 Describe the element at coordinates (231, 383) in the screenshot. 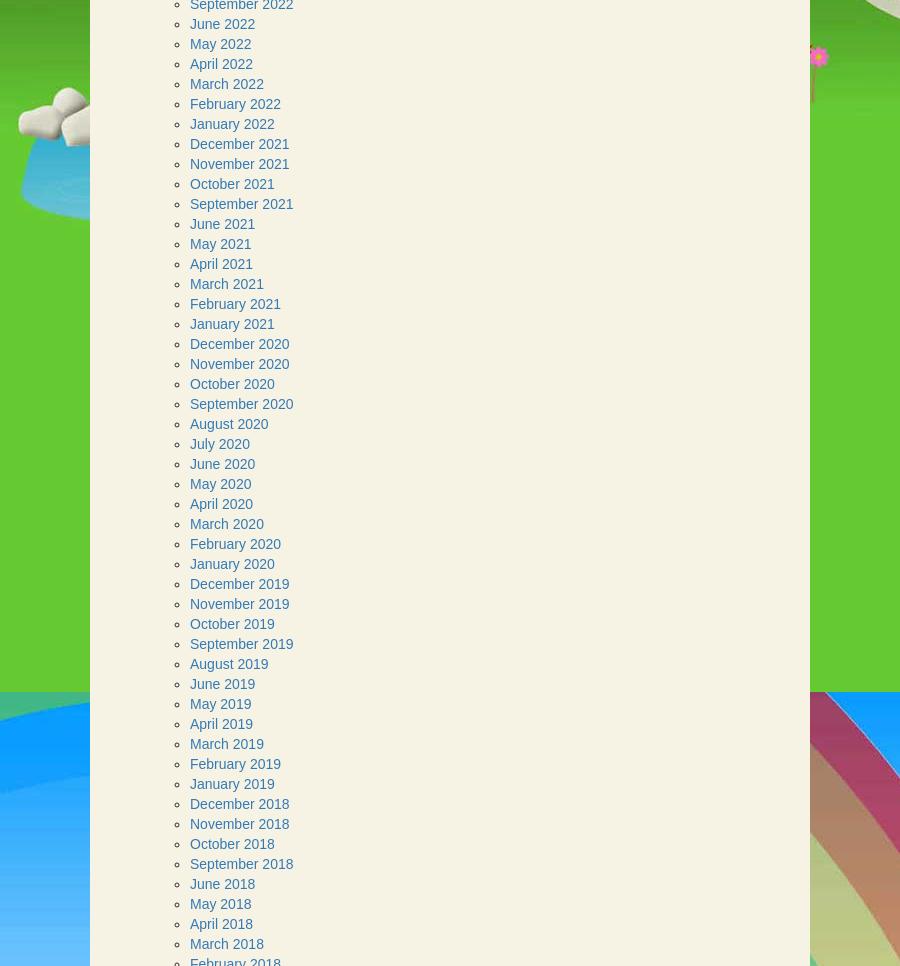

I see `'October 2020'` at that location.